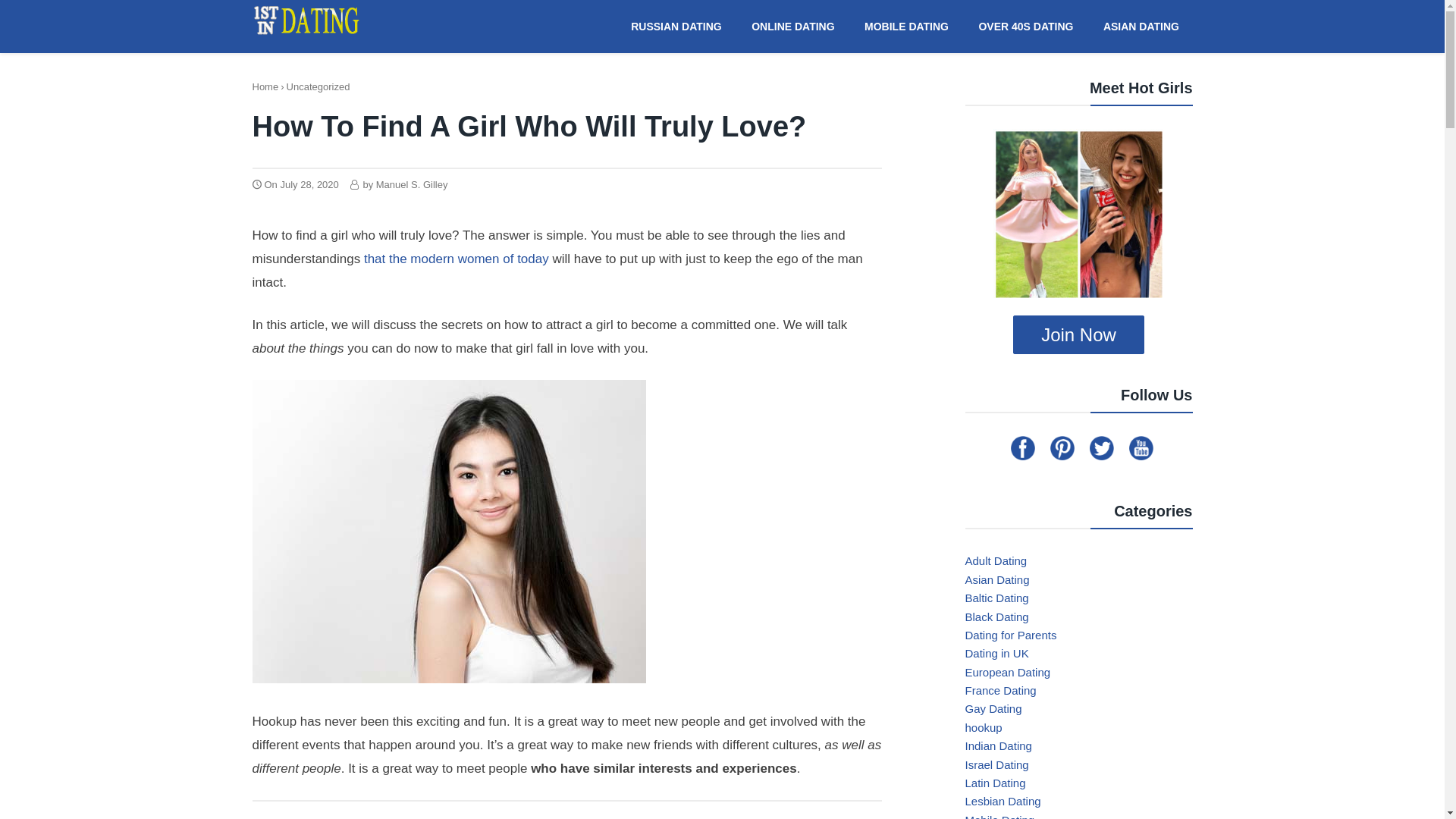  I want to click on 'European Dating', so click(1007, 671).